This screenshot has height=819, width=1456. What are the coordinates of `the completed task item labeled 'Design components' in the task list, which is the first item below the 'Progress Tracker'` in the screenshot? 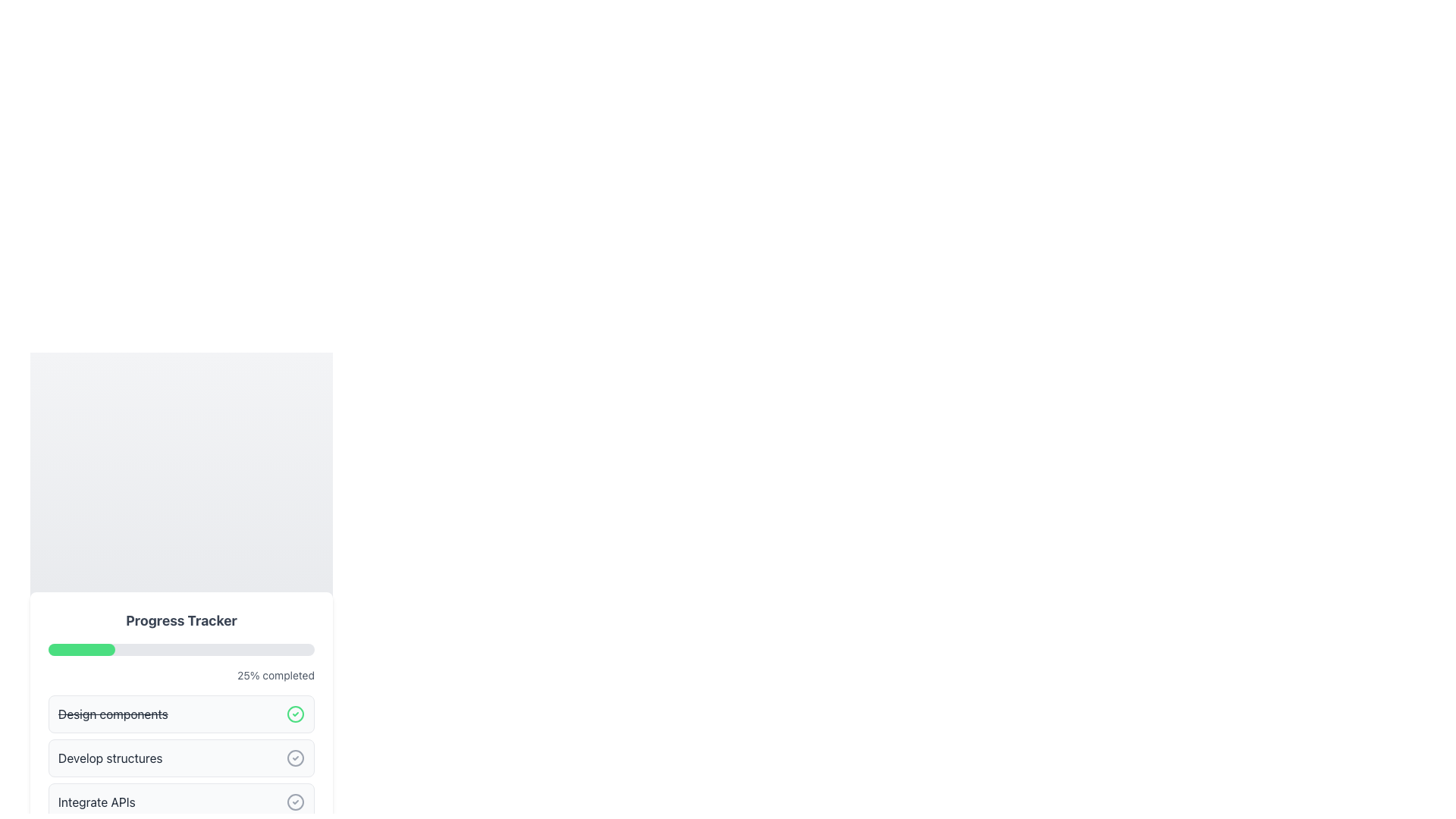 It's located at (181, 714).